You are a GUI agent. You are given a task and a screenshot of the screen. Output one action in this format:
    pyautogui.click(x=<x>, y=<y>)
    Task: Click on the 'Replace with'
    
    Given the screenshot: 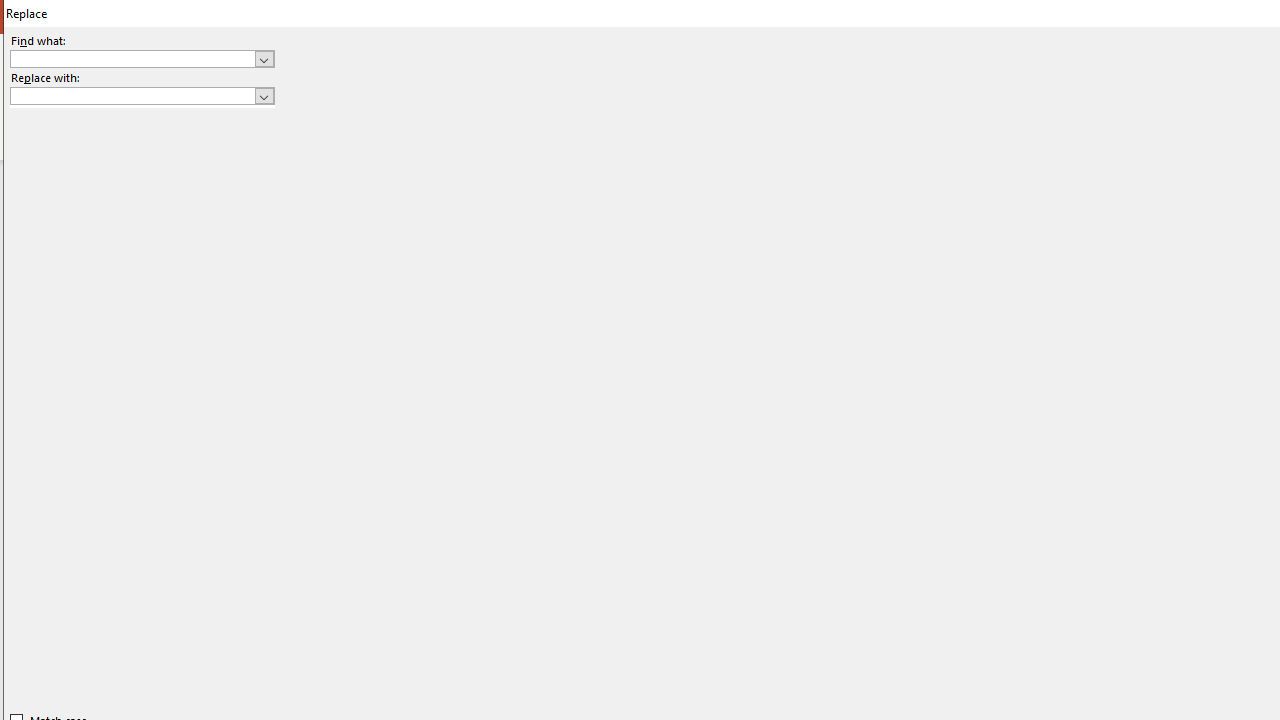 What is the action you would take?
    pyautogui.click(x=141, y=96)
    